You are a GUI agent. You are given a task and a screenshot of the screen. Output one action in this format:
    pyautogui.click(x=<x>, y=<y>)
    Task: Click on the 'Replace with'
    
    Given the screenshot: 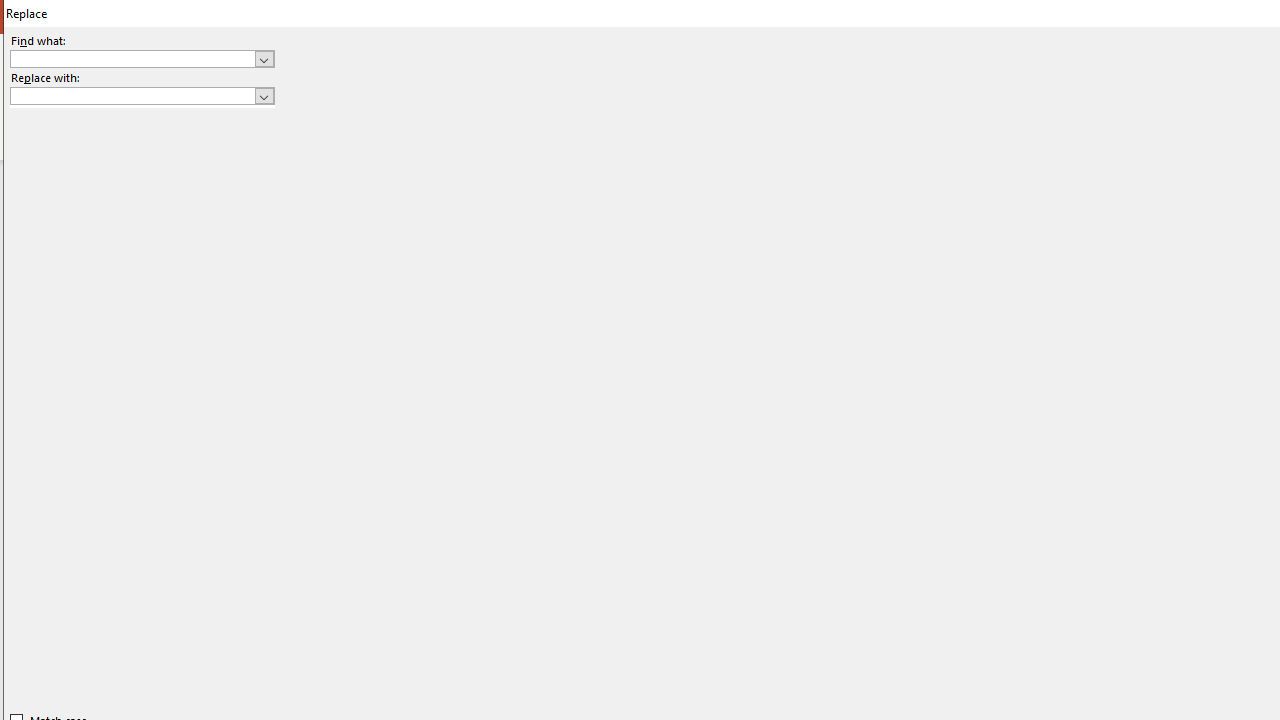 What is the action you would take?
    pyautogui.click(x=141, y=96)
    